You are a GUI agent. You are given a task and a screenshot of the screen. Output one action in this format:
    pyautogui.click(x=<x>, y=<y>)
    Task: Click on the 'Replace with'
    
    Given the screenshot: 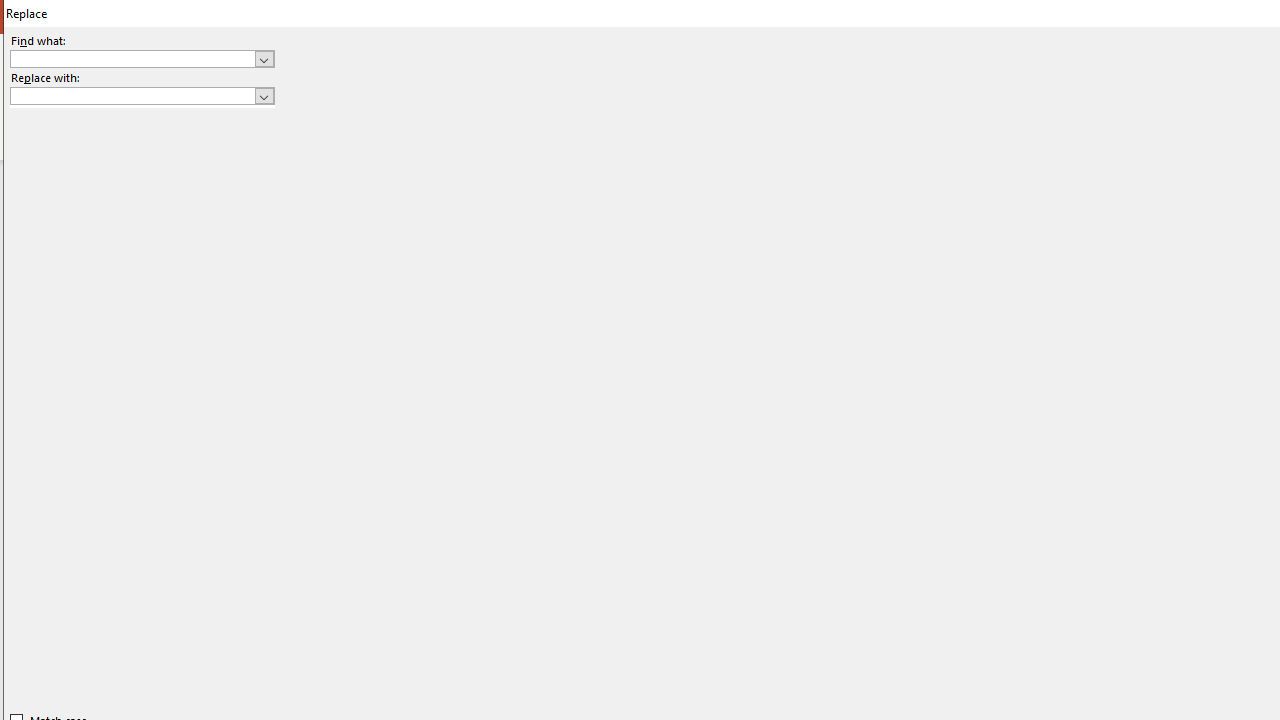 What is the action you would take?
    pyautogui.click(x=141, y=96)
    